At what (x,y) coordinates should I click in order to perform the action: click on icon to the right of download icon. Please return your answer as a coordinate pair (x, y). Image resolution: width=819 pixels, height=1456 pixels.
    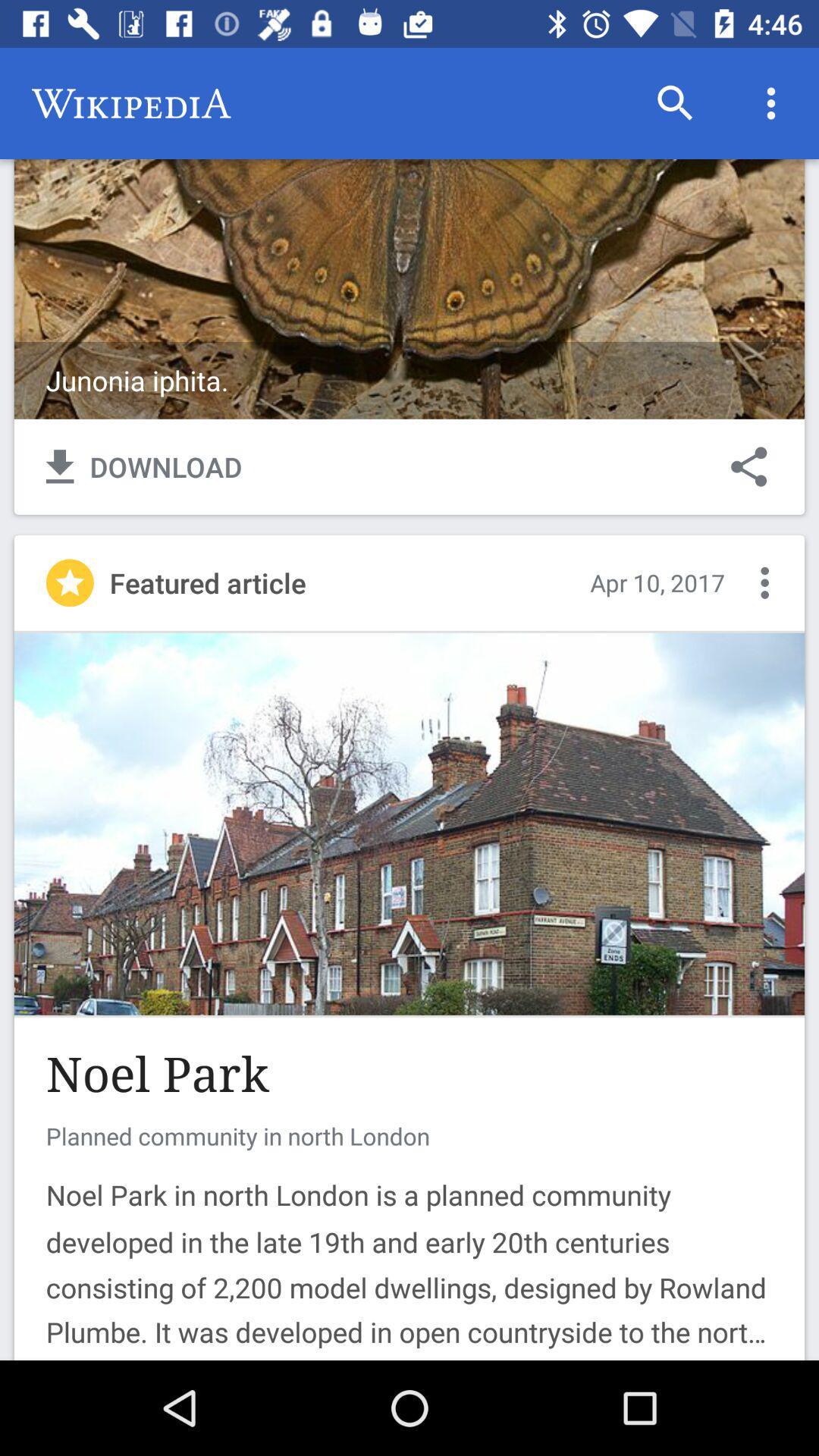
    Looking at the image, I should click on (748, 466).